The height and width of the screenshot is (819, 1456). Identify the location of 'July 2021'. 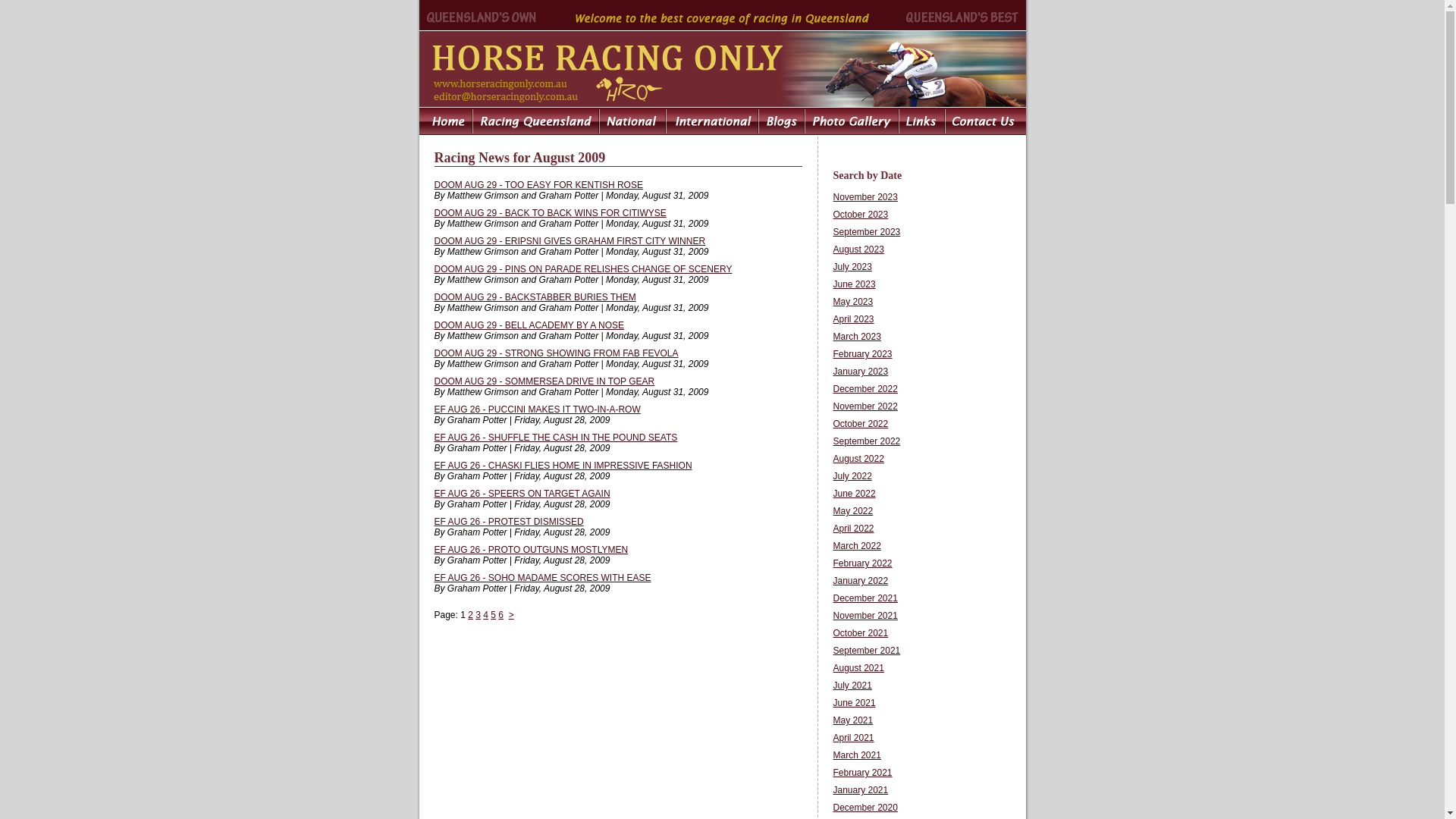
(832, 685).